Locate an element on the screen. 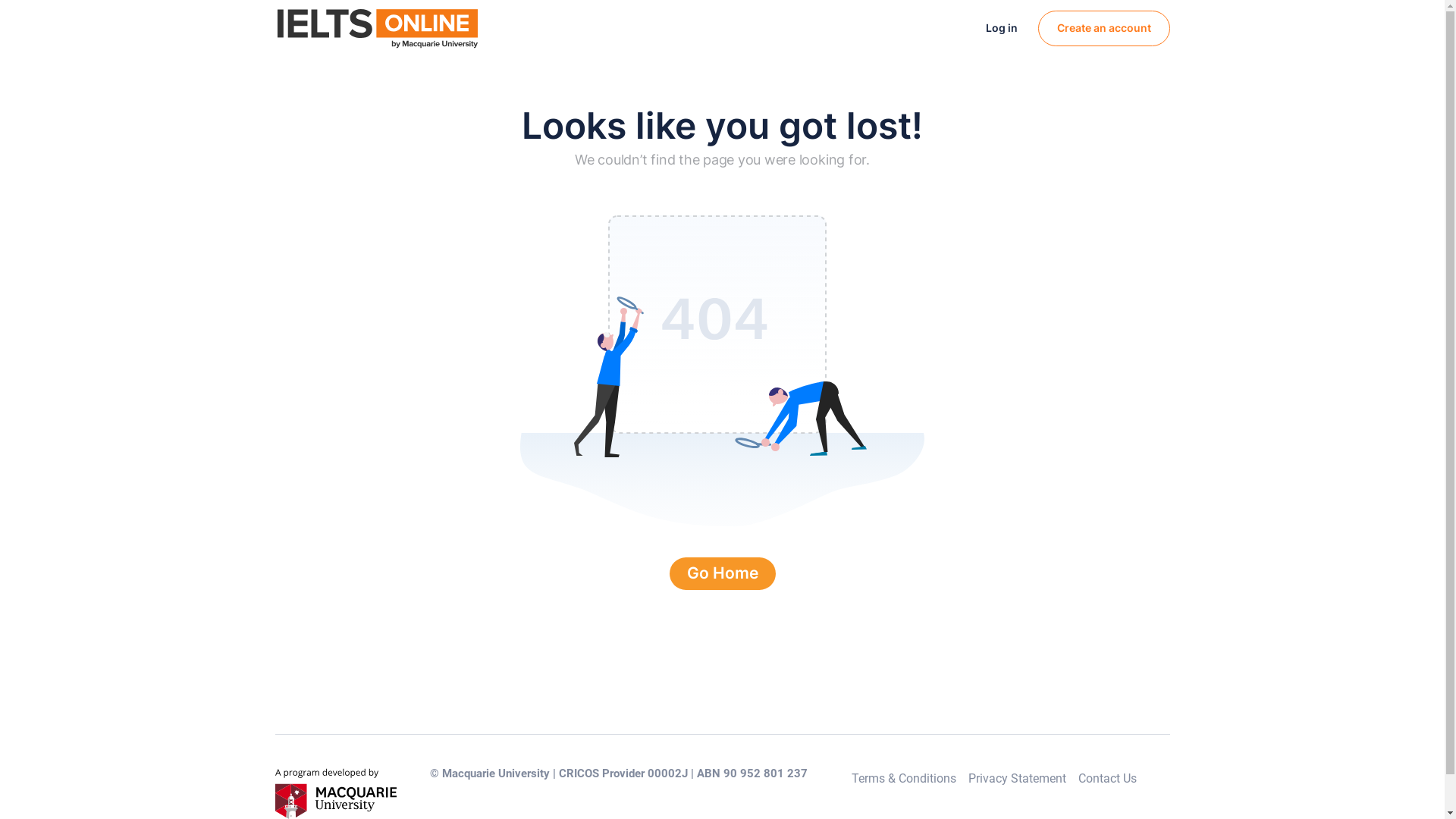 This screenshot has width=1456, height=819. 'Contact Us' is located at coordinates (1107, 778).